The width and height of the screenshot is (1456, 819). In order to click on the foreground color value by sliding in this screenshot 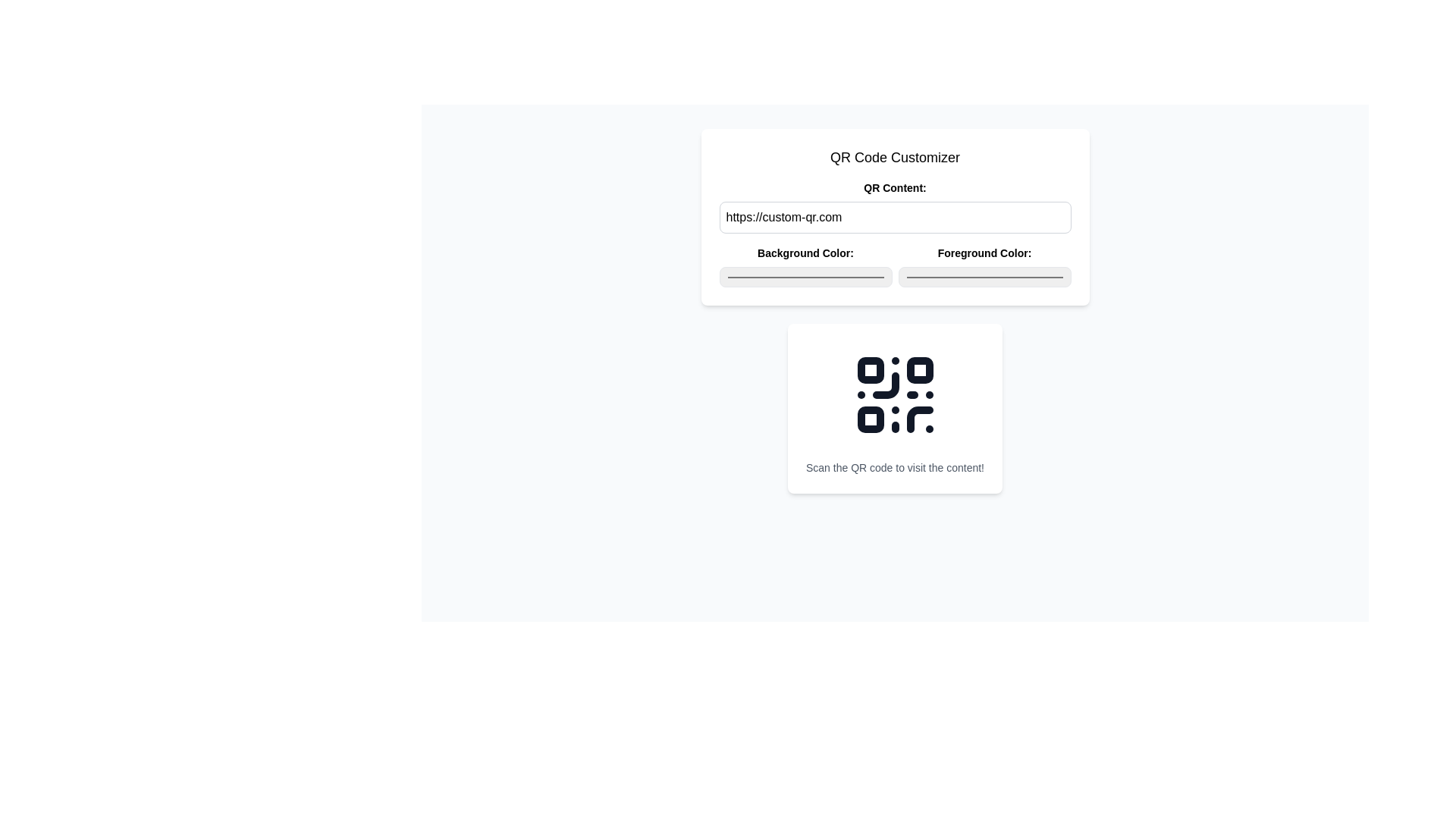, I will do `click(956, 277)`.